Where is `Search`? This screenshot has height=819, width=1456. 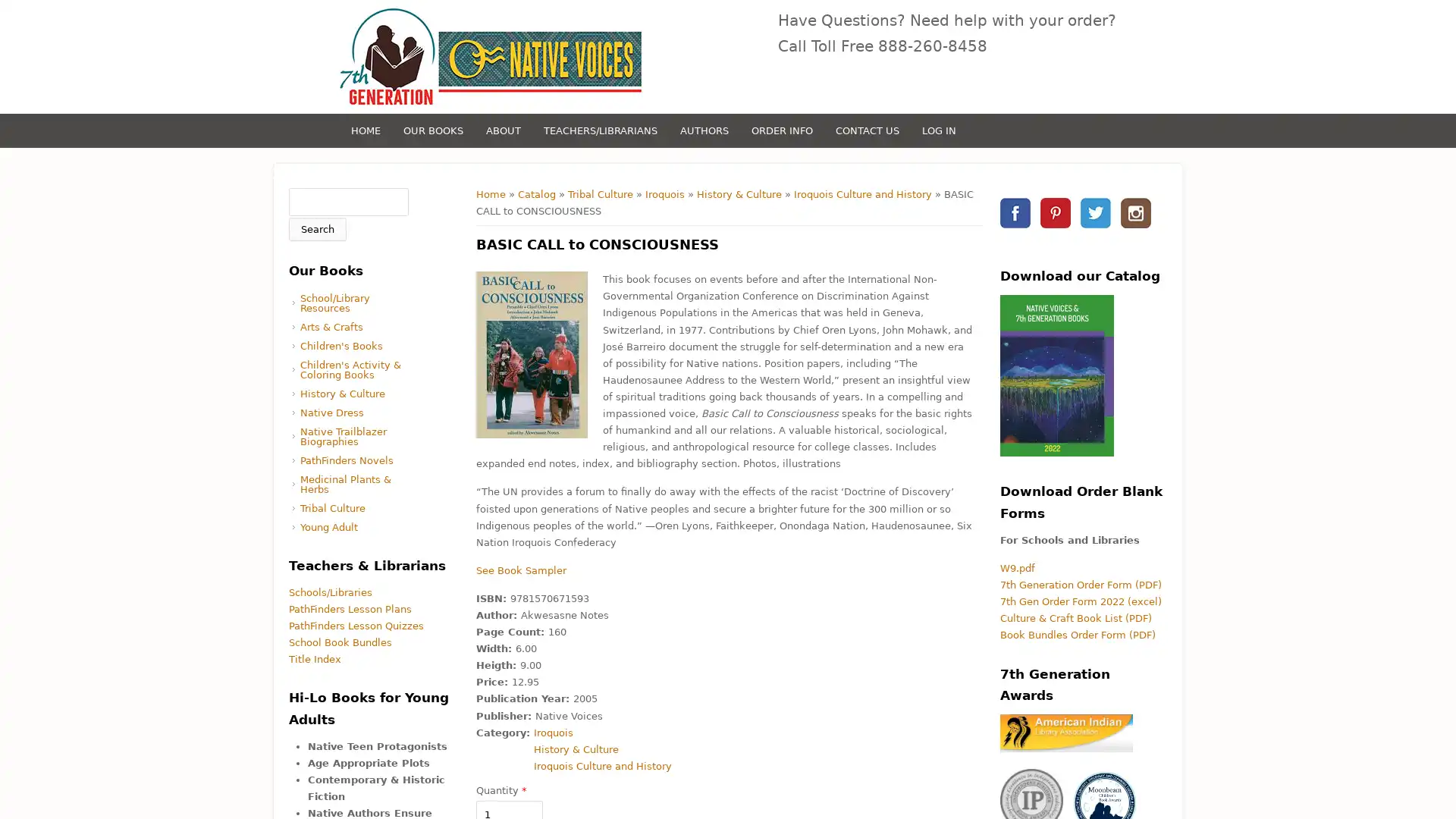
Search is located at coordinates (316, 229).